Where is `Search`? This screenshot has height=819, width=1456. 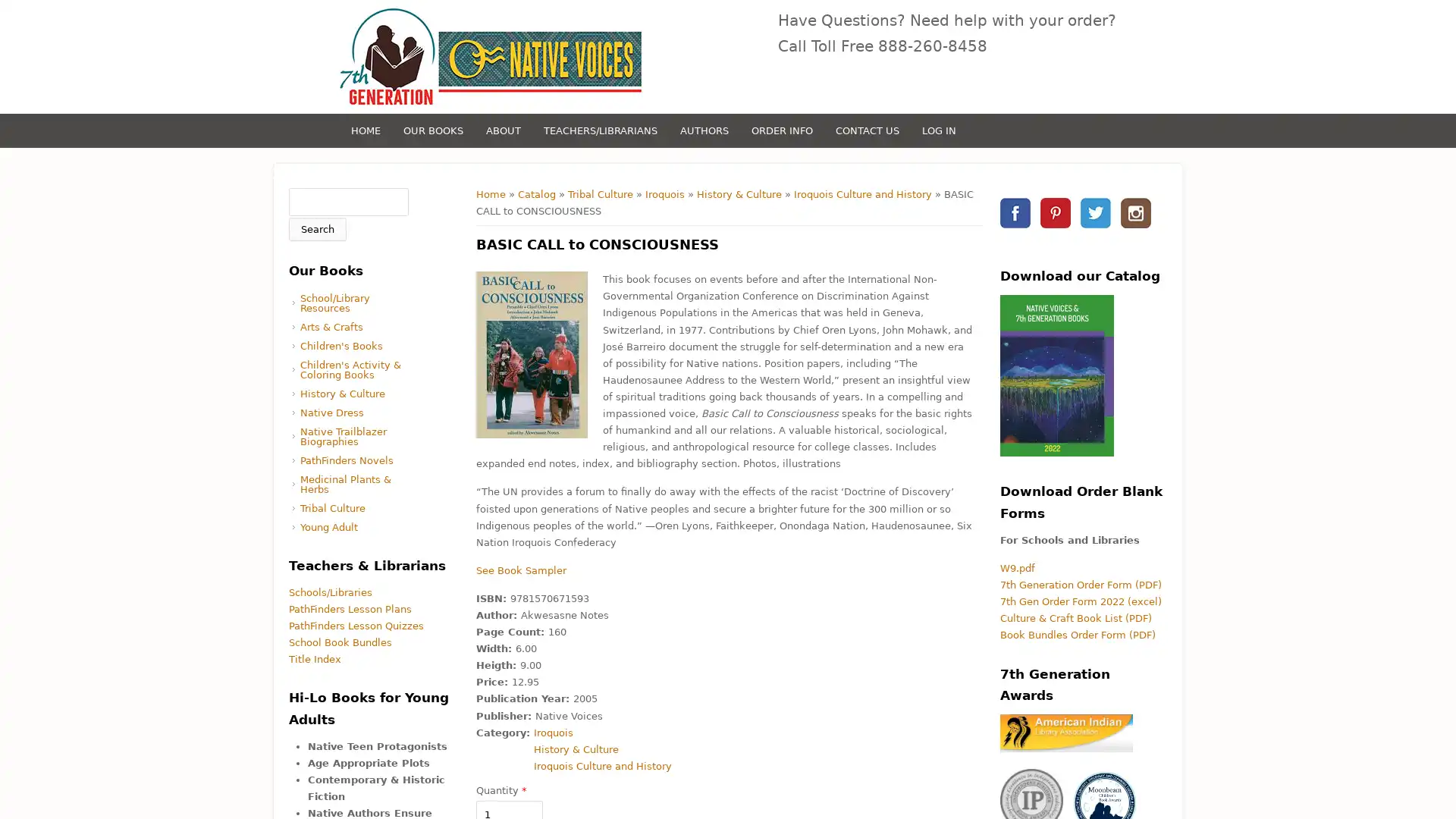
Search is located at coordinates (316, 229).